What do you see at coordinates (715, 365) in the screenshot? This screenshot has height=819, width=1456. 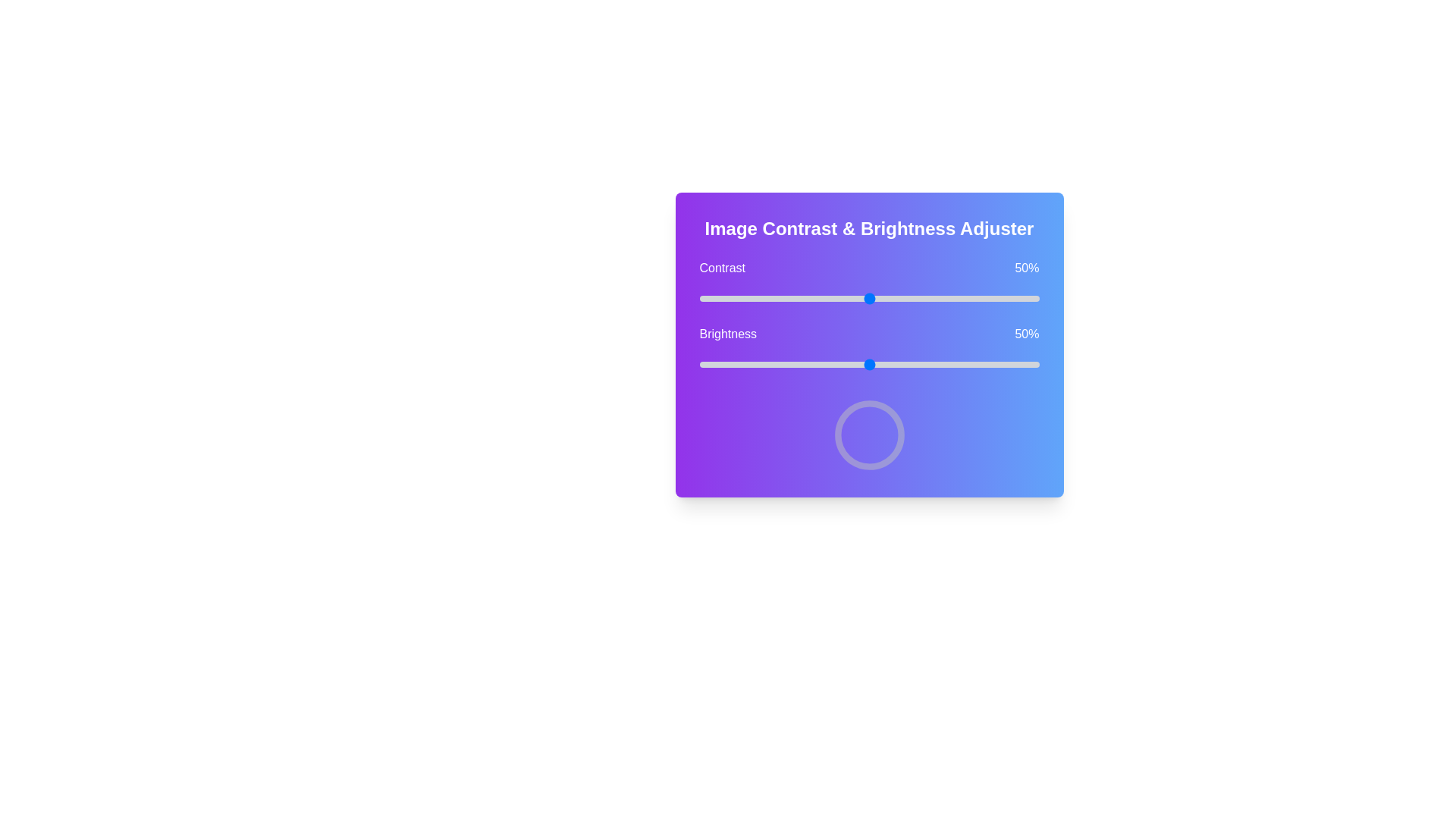 I see `the brightness slider to 5%` at bounding box center [715, 365].